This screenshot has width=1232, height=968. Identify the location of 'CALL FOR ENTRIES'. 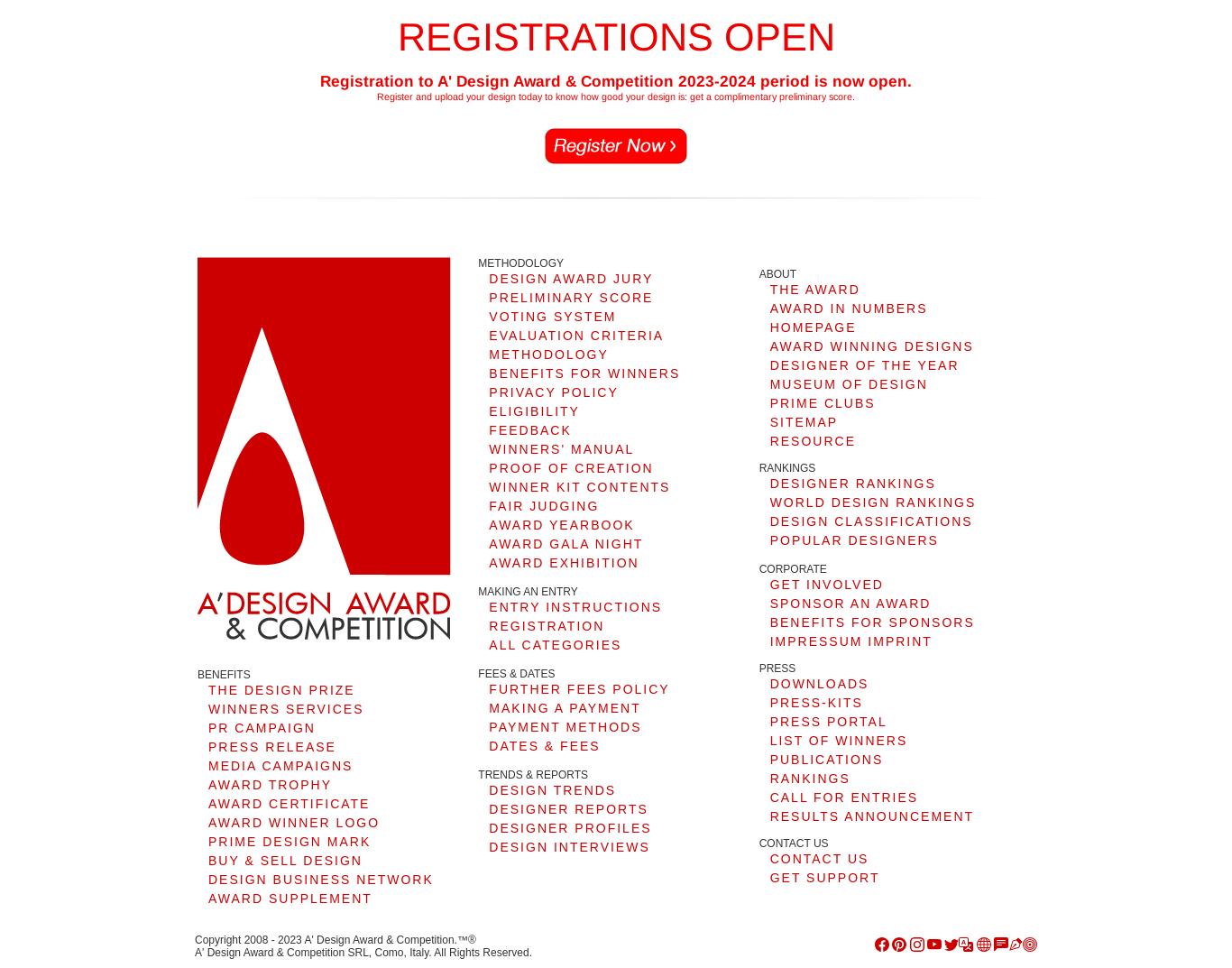
(768, 795).